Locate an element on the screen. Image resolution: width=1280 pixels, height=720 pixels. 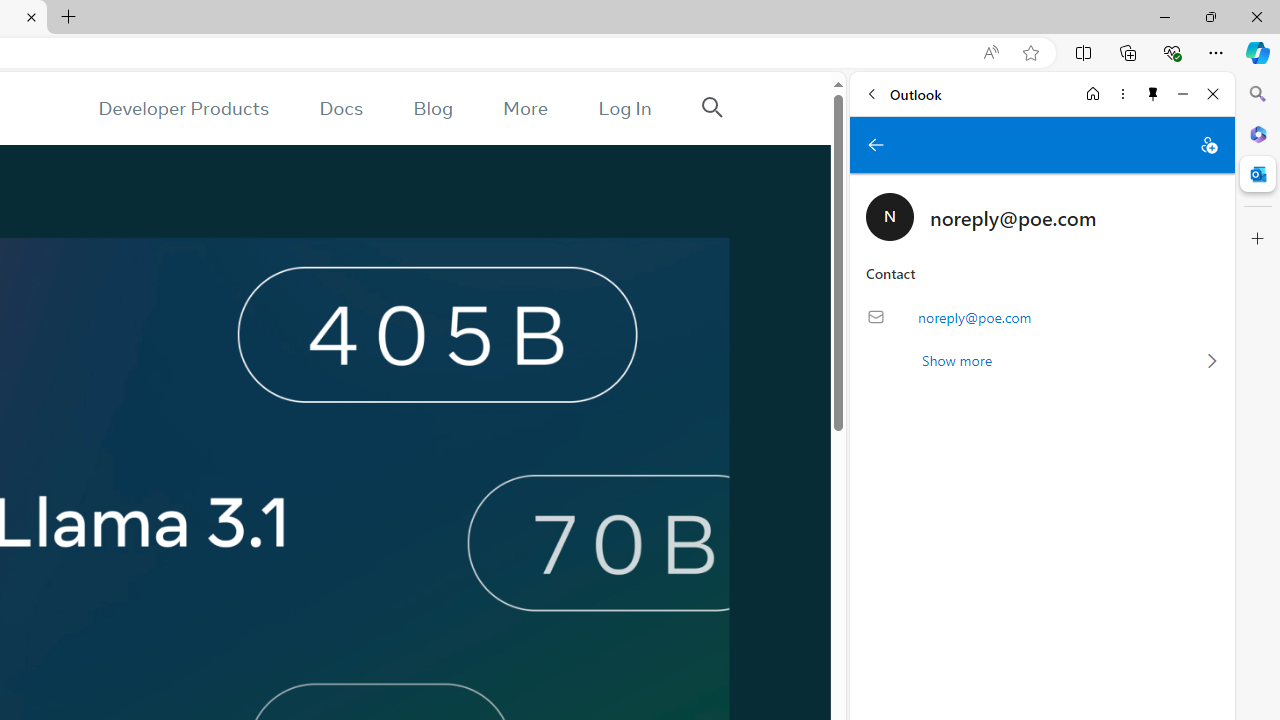
'Unpin side pane' is located at coordinates (1153, 93).